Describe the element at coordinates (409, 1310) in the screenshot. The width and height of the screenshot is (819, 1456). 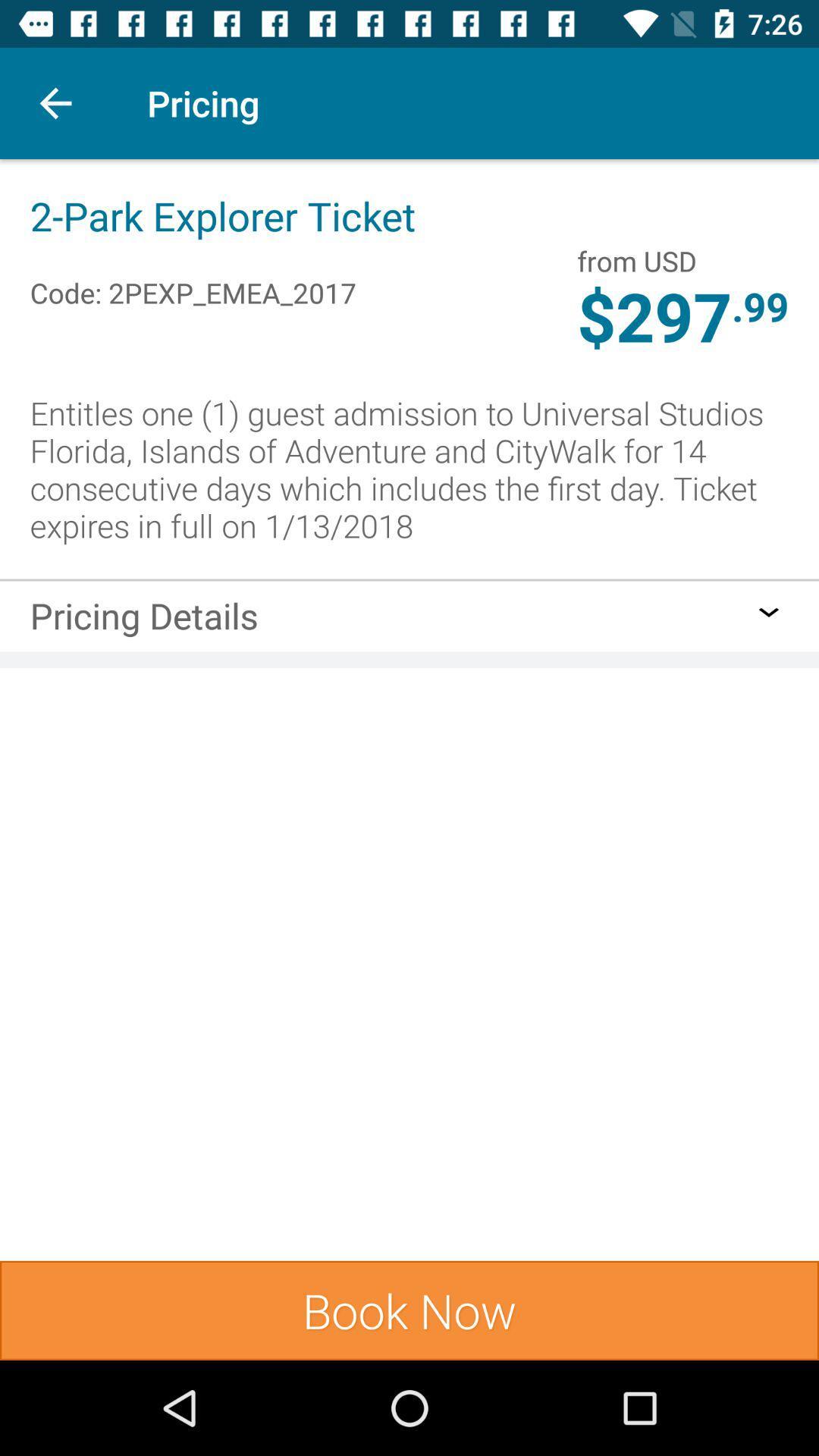
I see `book now` at that location.